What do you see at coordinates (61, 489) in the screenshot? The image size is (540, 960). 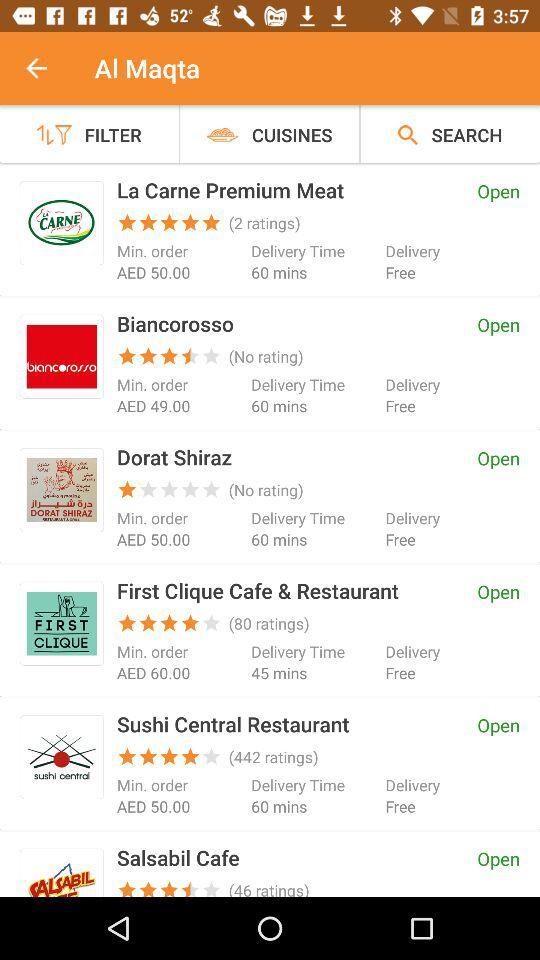 I see `dorat shiraz` at bounding box center [61, 489].